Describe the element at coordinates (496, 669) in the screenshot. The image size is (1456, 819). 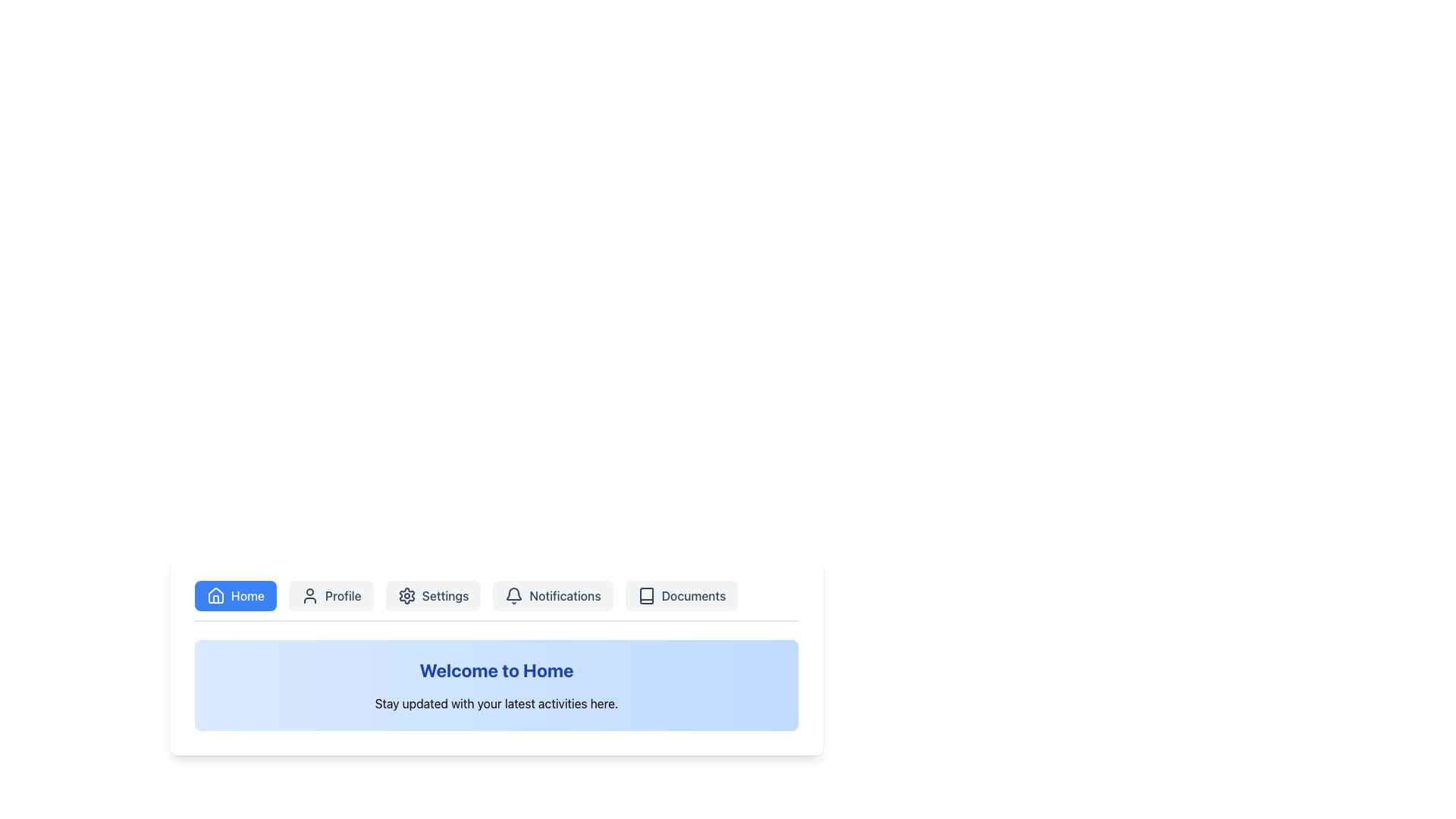
I see `welcoming header text located at the top of the blue-gradient section, which introduces the context of the page` at that location.